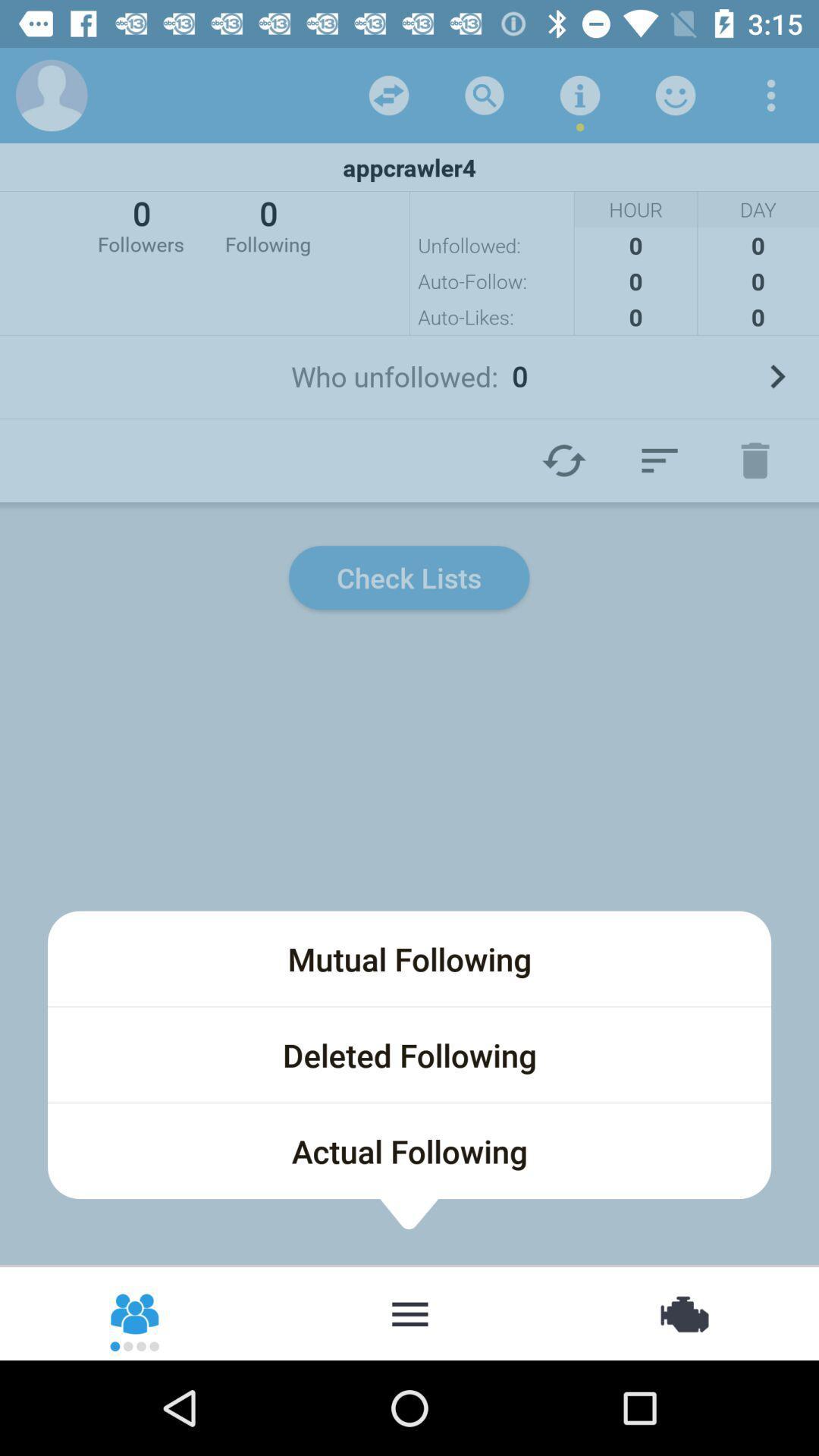 The width and height of the screenshot is (819, 1456). What do you see at coordinates (771, 94) in the screenshot?
I see `more options` at bounding box center [771, 94].